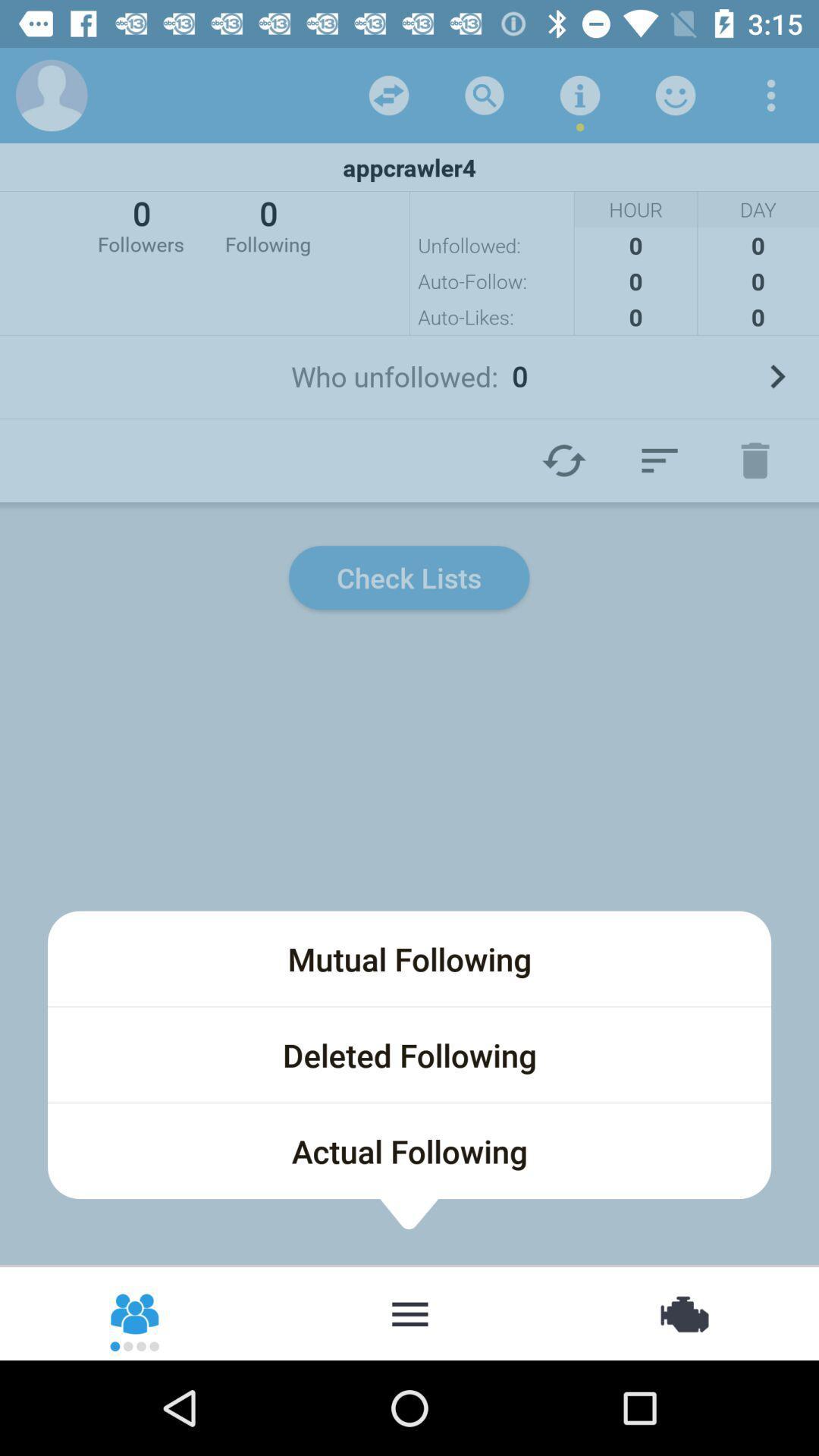 The width and height of the screenshot is (819, 1456). What do you see at coordinates (771, 94) in the screenshot?
I see `more options` at bounding box center [771, 94].